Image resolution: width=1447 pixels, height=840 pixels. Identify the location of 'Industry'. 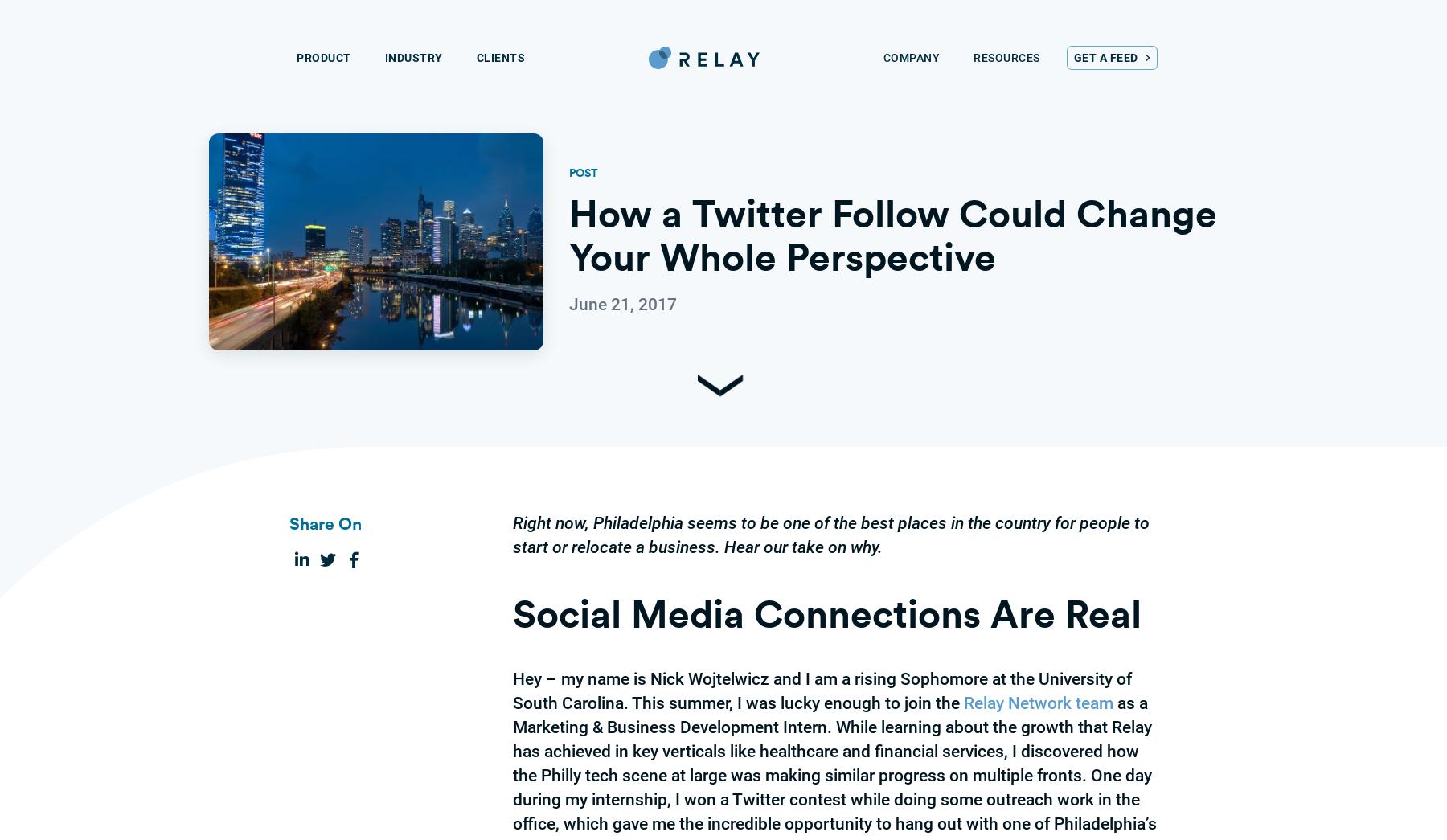
(412, 58).